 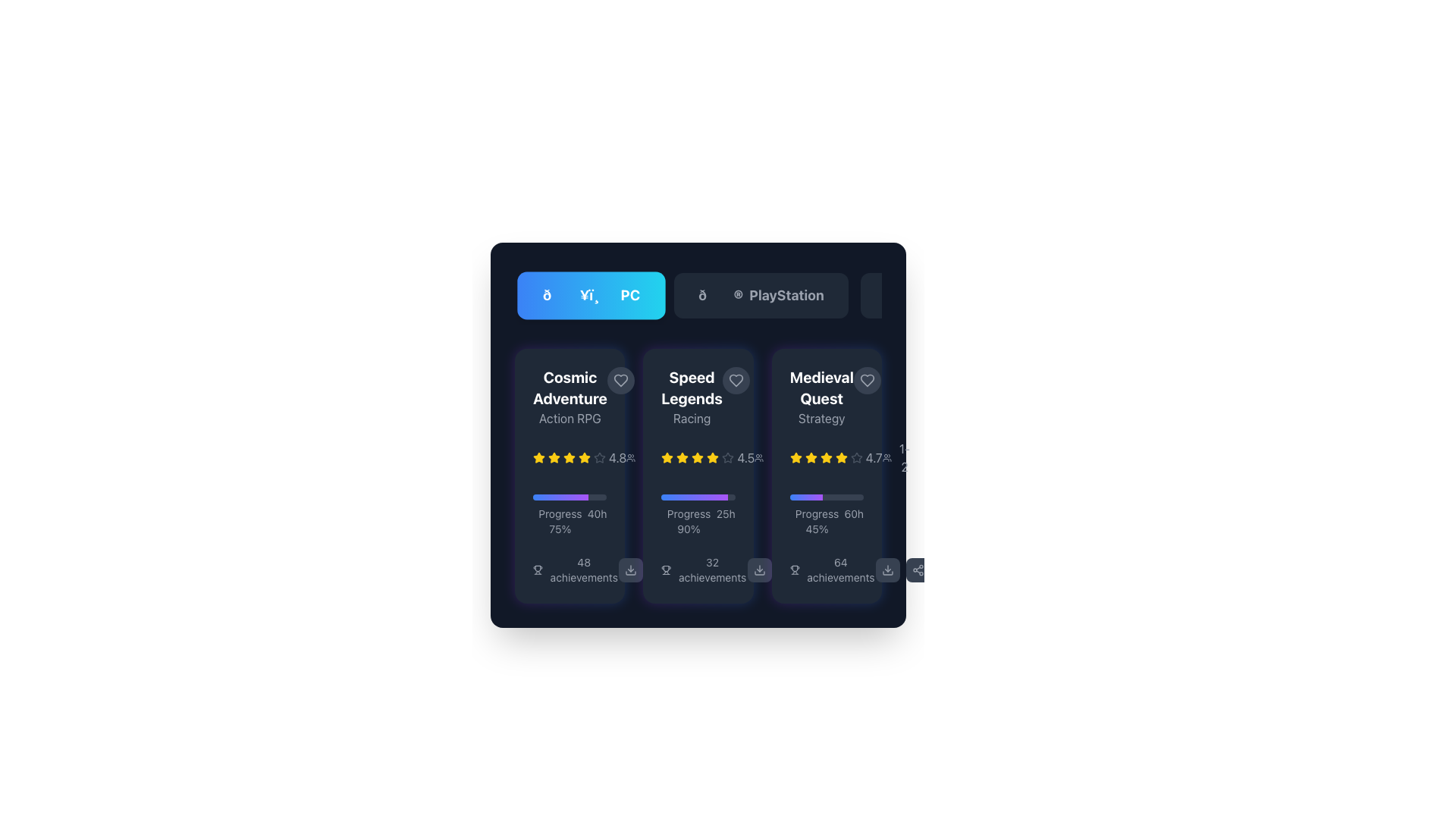 What do you see at coordinates (825, 457) in the screenshot?
I see `the fifth yellow star icon representing the rating of the game 'Medieval Quest', located in the middle-right section of the game's card` at bounding box center [825, 457].